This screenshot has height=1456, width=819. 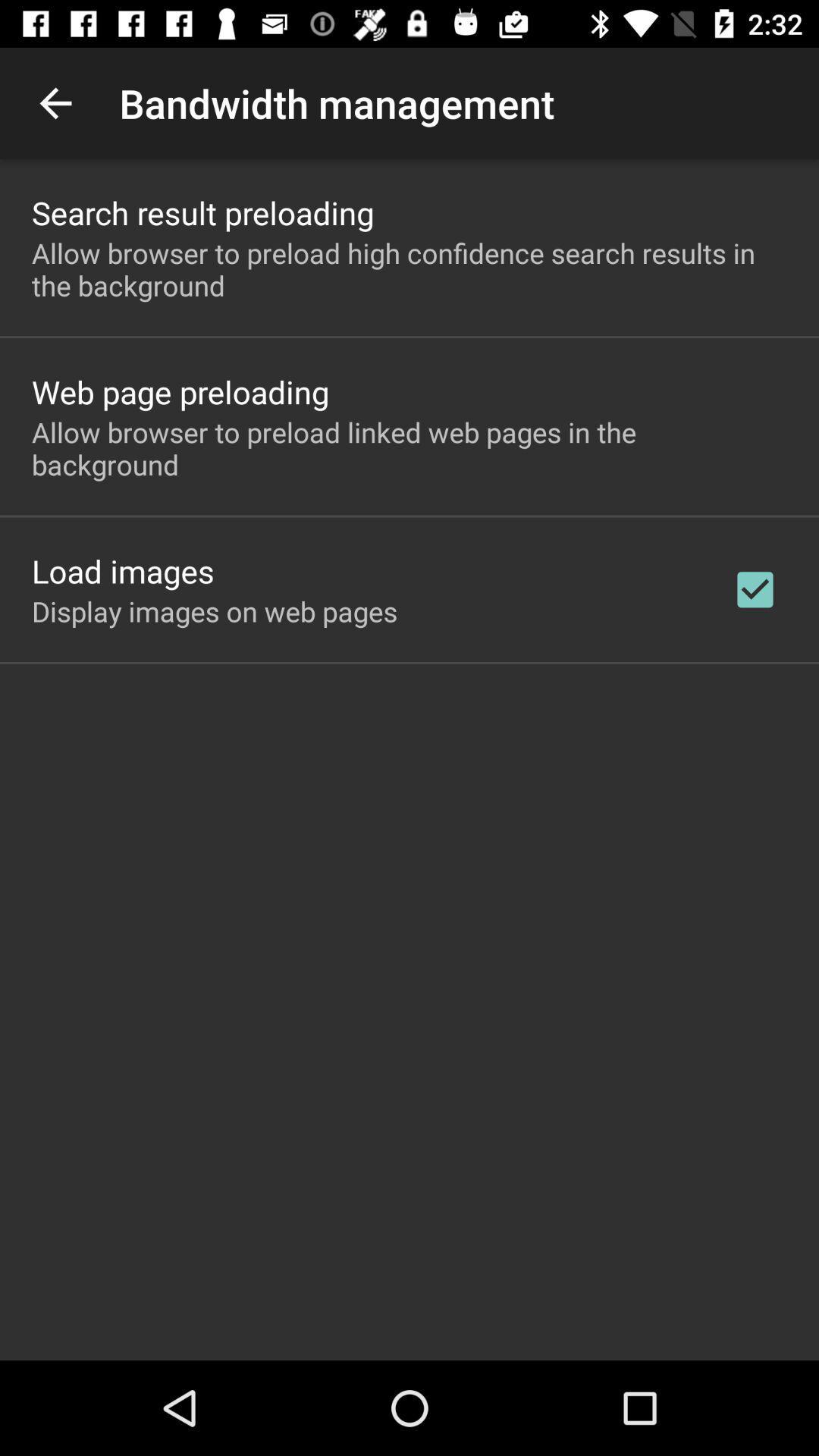 I want to click on web page preloading, so click(x=180, y=391).